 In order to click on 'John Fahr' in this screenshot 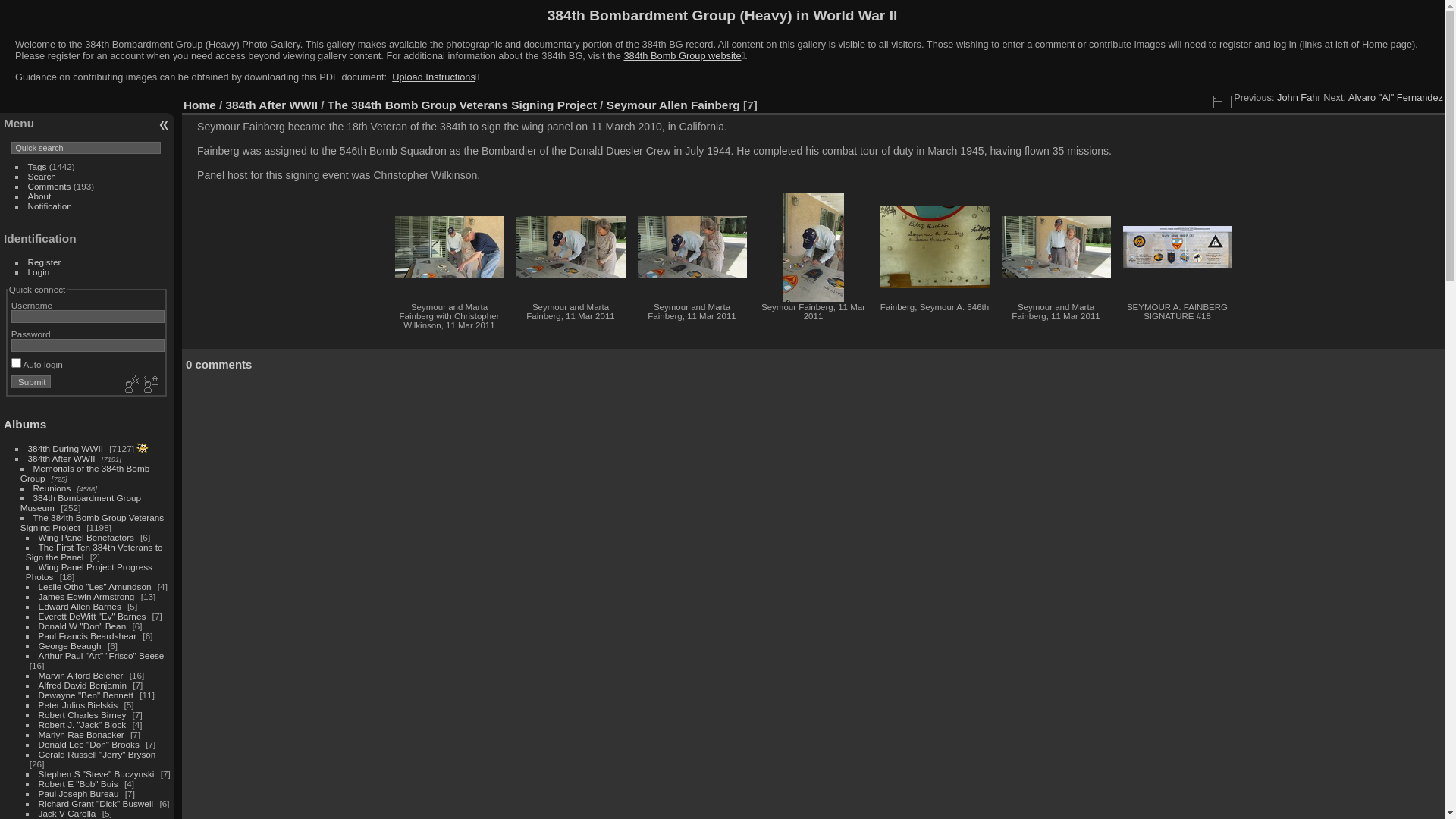, I will do `click(1298, 97)`.